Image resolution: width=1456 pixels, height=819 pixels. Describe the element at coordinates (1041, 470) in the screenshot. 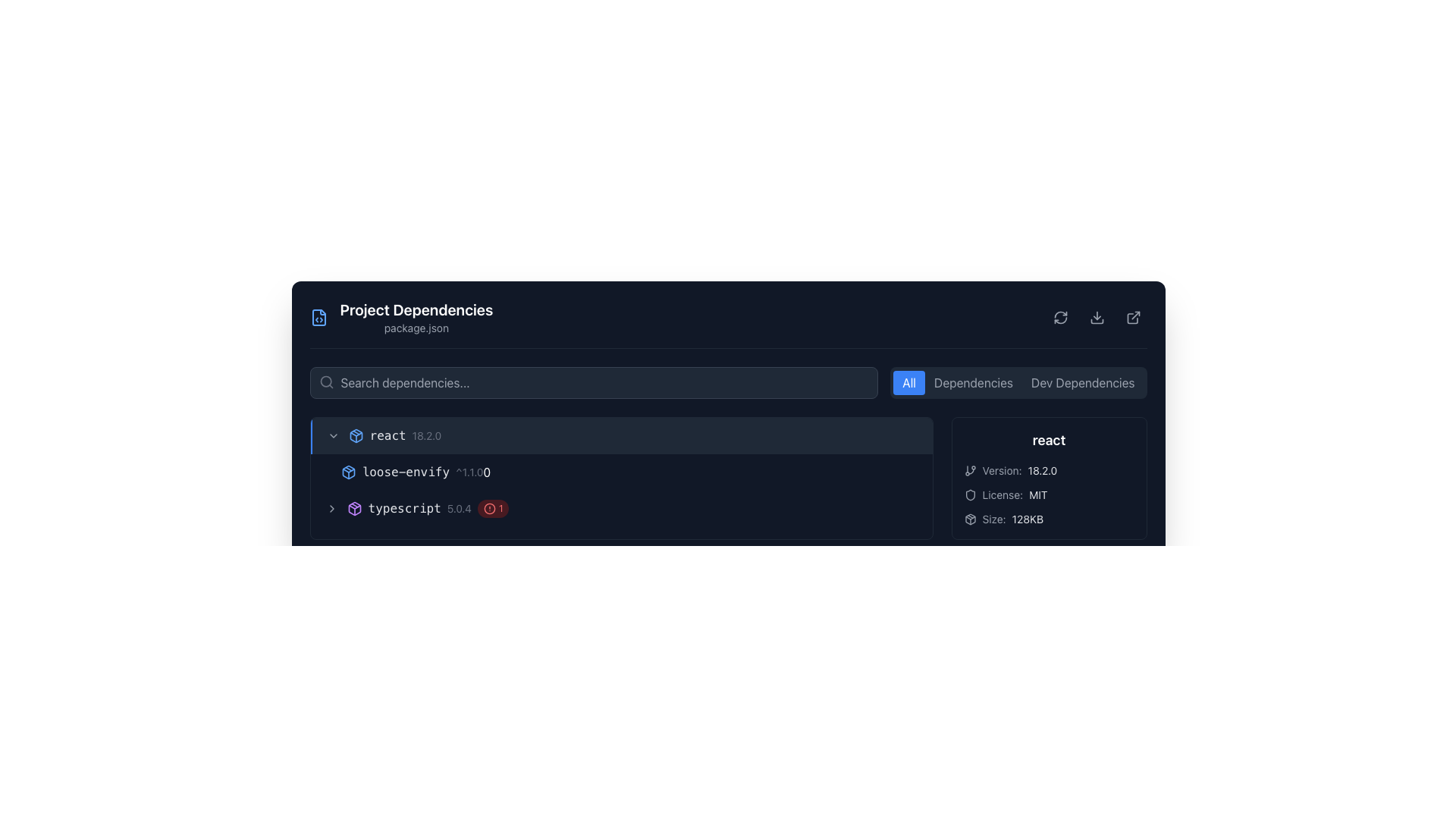

I see `text displaying the version number '18.2.0', which is styled in light gray color with a sans-serif font and positioned to the right of the label 'Version:' in a panel about dependencies` at that location.